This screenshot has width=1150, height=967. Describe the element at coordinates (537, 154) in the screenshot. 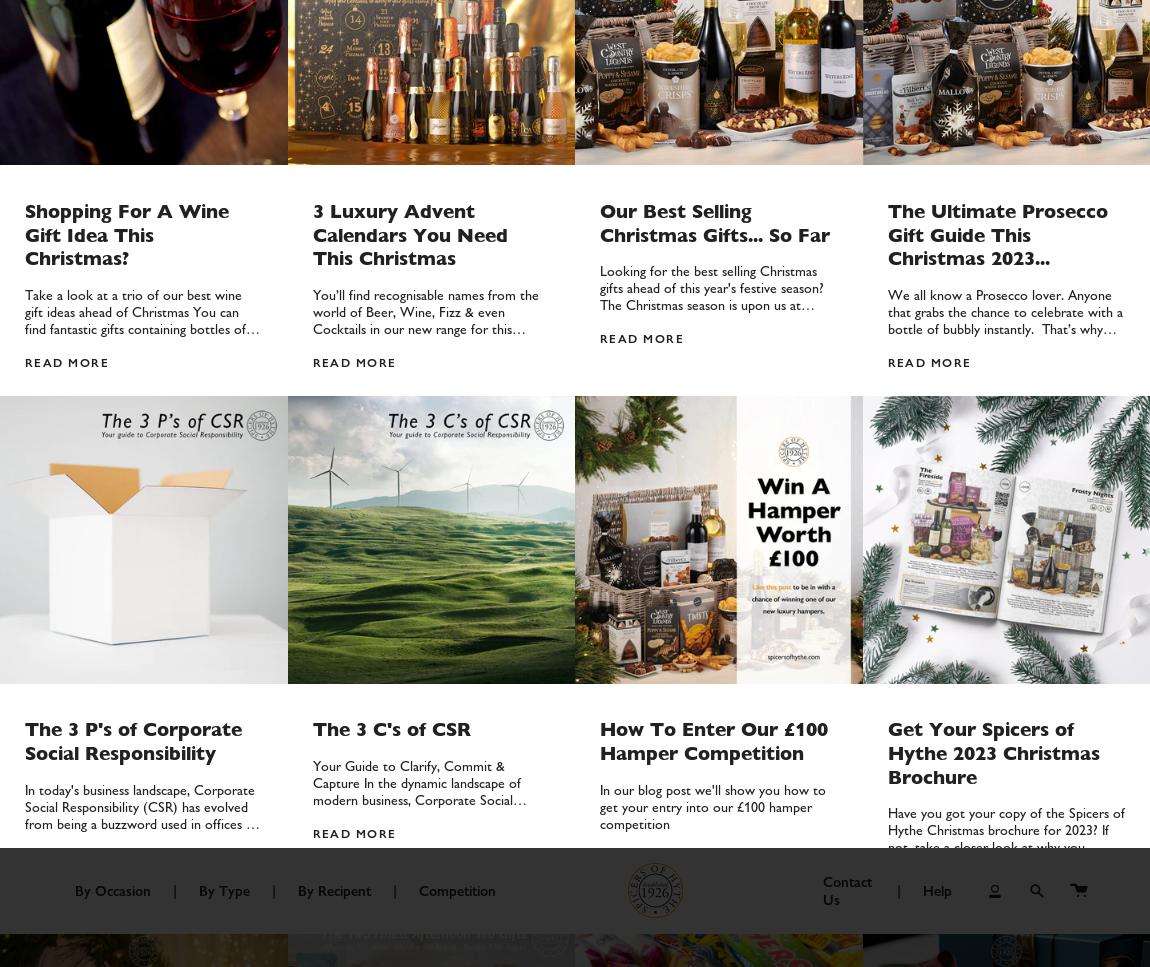

I see `'For Granny'` at that location.